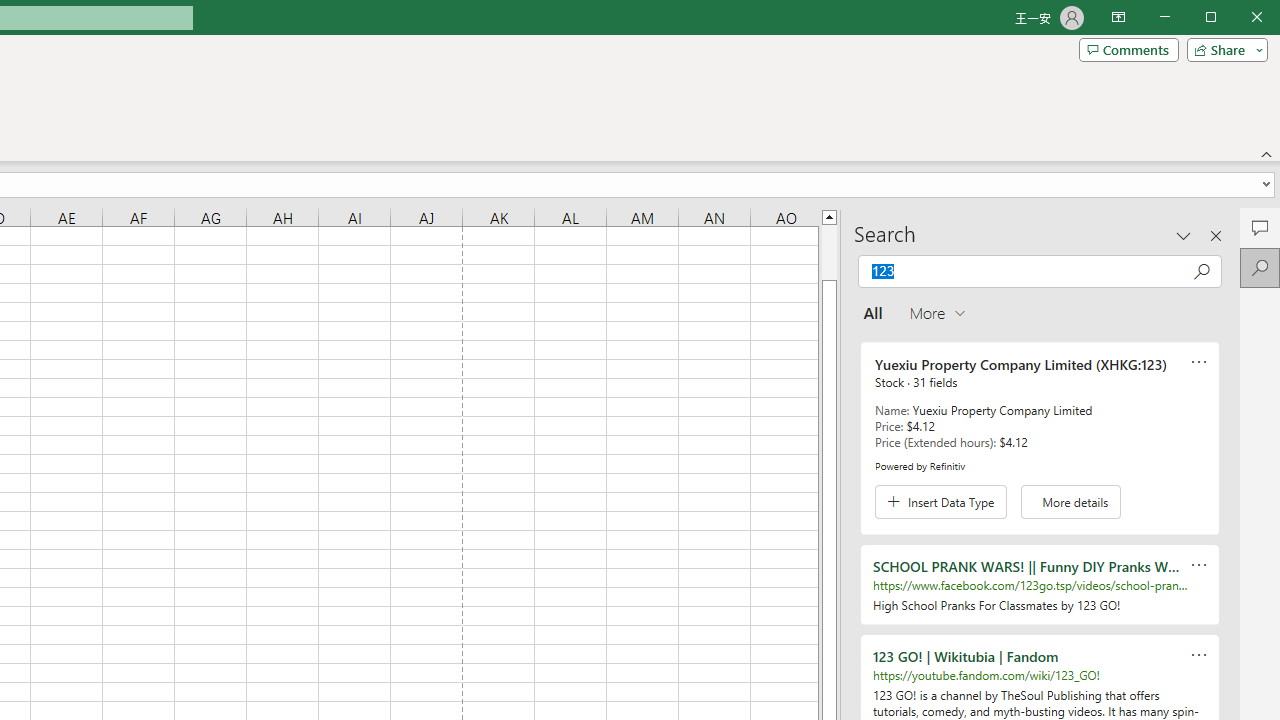 Image resolution: width=1280 pixels, height=720 pixels. Describe the element at coordinates (1222, 49) in the screenshot. I see `'Share'` at that location.